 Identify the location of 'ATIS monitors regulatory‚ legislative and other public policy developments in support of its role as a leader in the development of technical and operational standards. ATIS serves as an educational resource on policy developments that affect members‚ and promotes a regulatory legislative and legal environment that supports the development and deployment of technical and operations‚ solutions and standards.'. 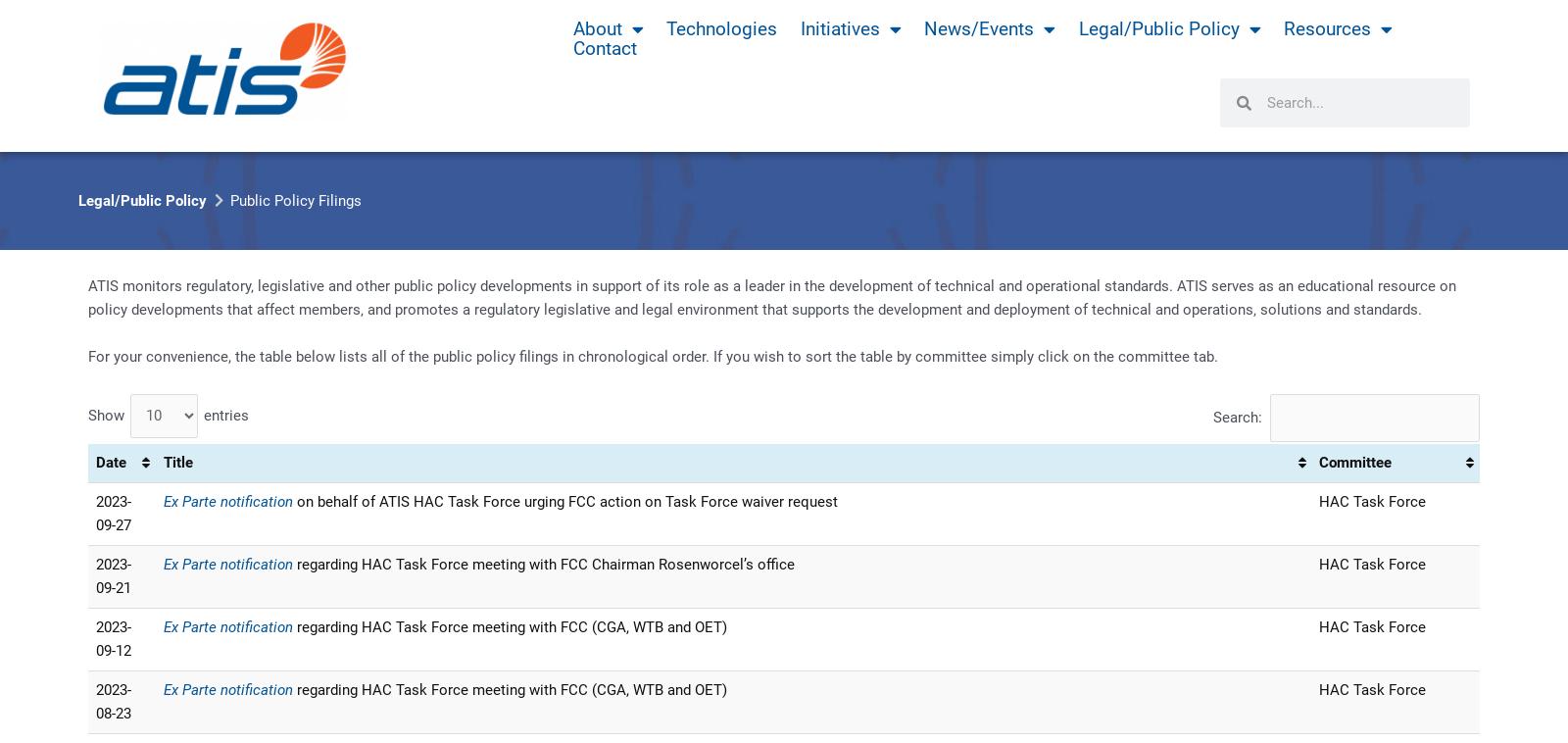
(772, 298).